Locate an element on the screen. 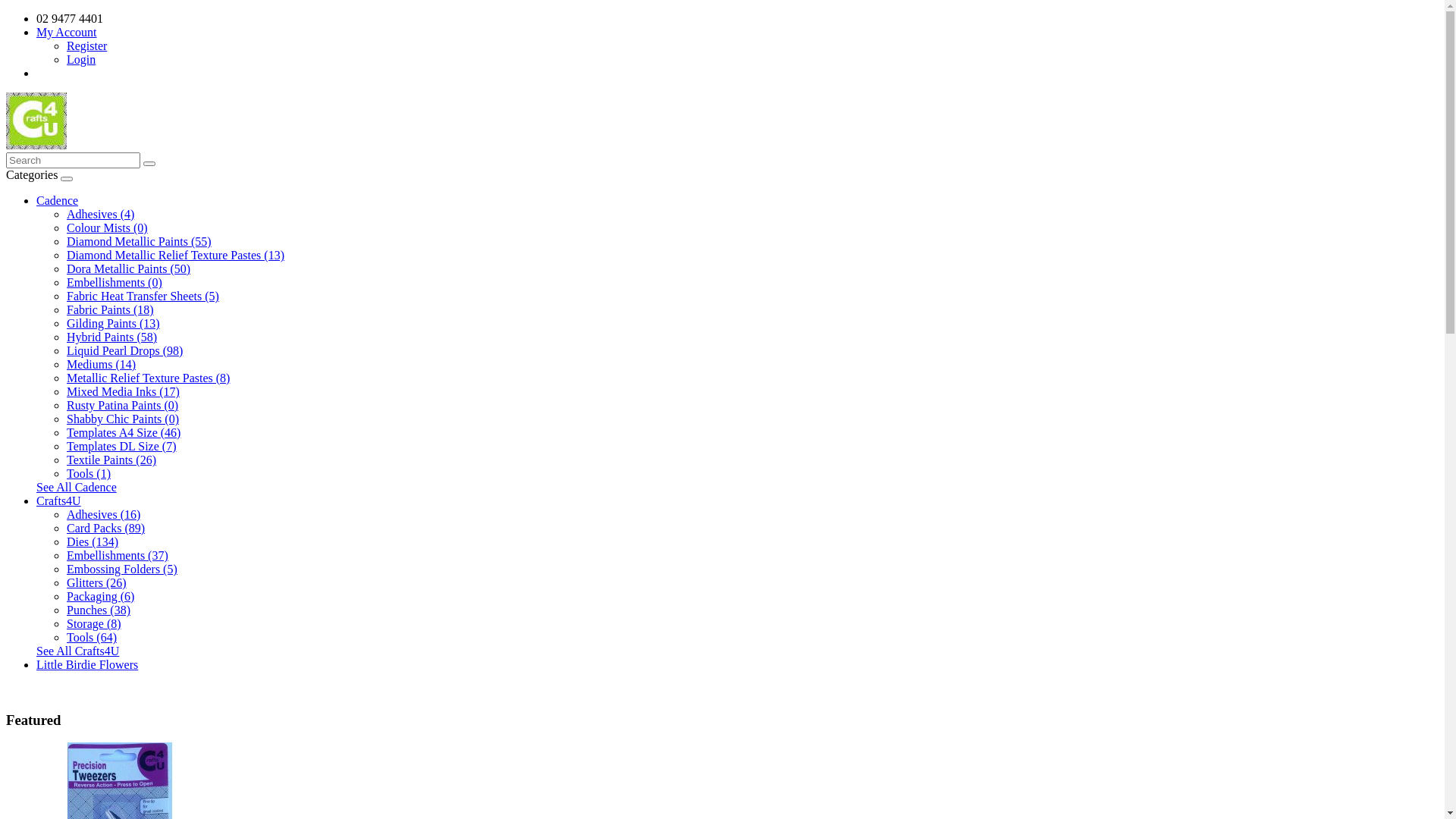  'Rusty Patina Paints (0)' is located at coordinates (122, 404).